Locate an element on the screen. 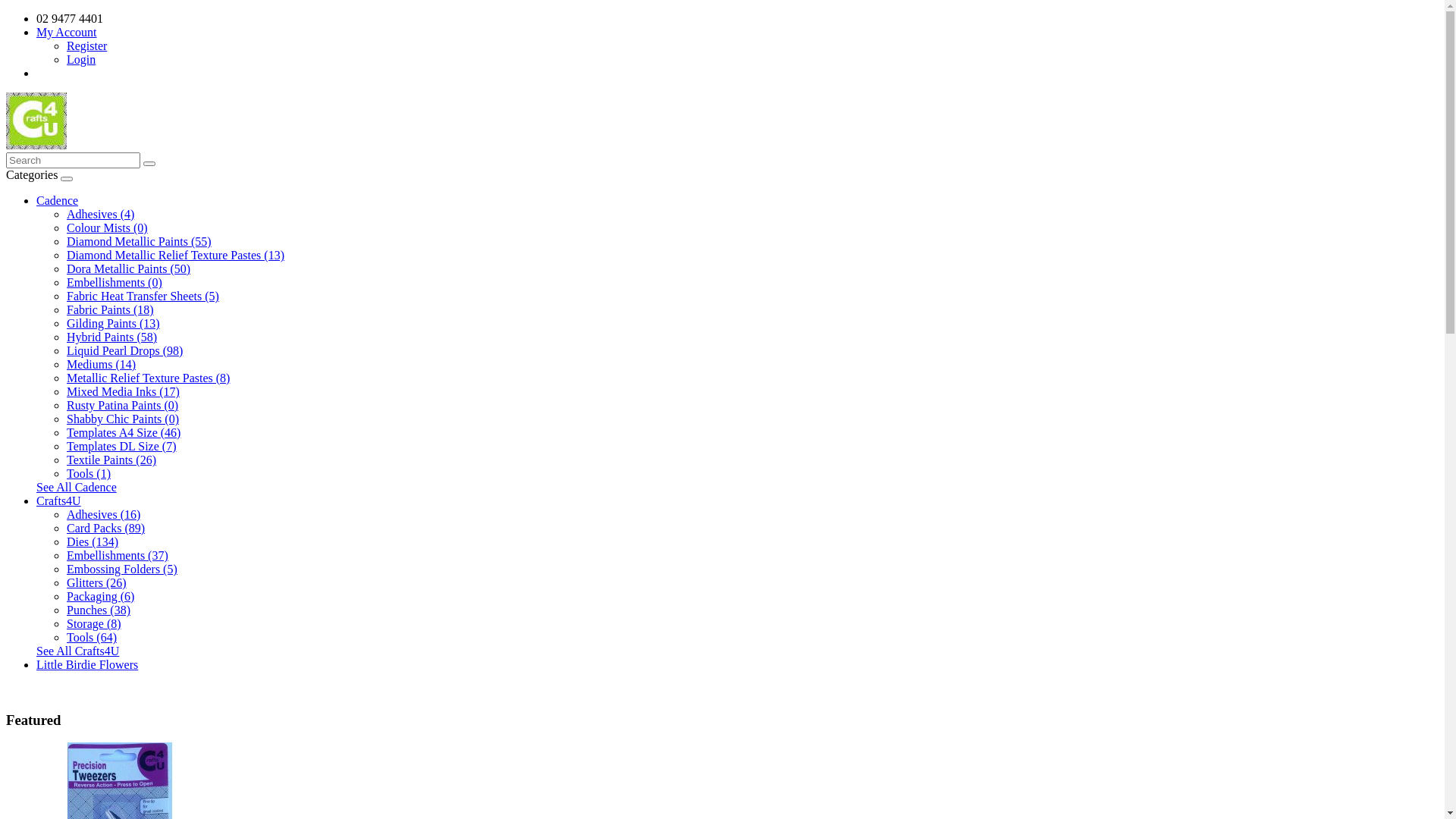  'Rusty Patina Paints (0)' is located at coordinates (122, 404).